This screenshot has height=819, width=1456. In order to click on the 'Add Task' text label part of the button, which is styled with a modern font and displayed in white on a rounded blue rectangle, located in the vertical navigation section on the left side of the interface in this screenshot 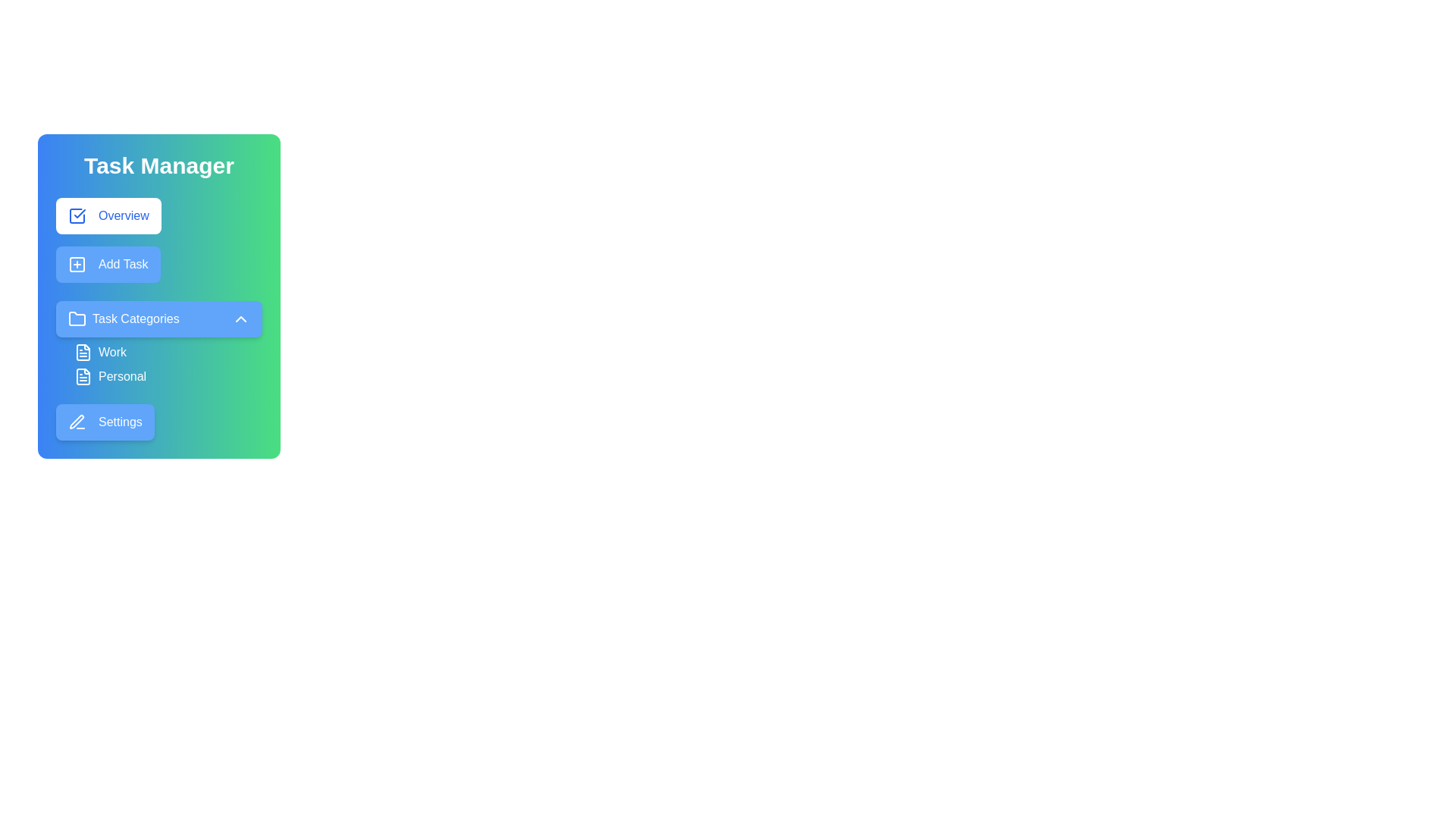, I will do `click(123, 263)`.